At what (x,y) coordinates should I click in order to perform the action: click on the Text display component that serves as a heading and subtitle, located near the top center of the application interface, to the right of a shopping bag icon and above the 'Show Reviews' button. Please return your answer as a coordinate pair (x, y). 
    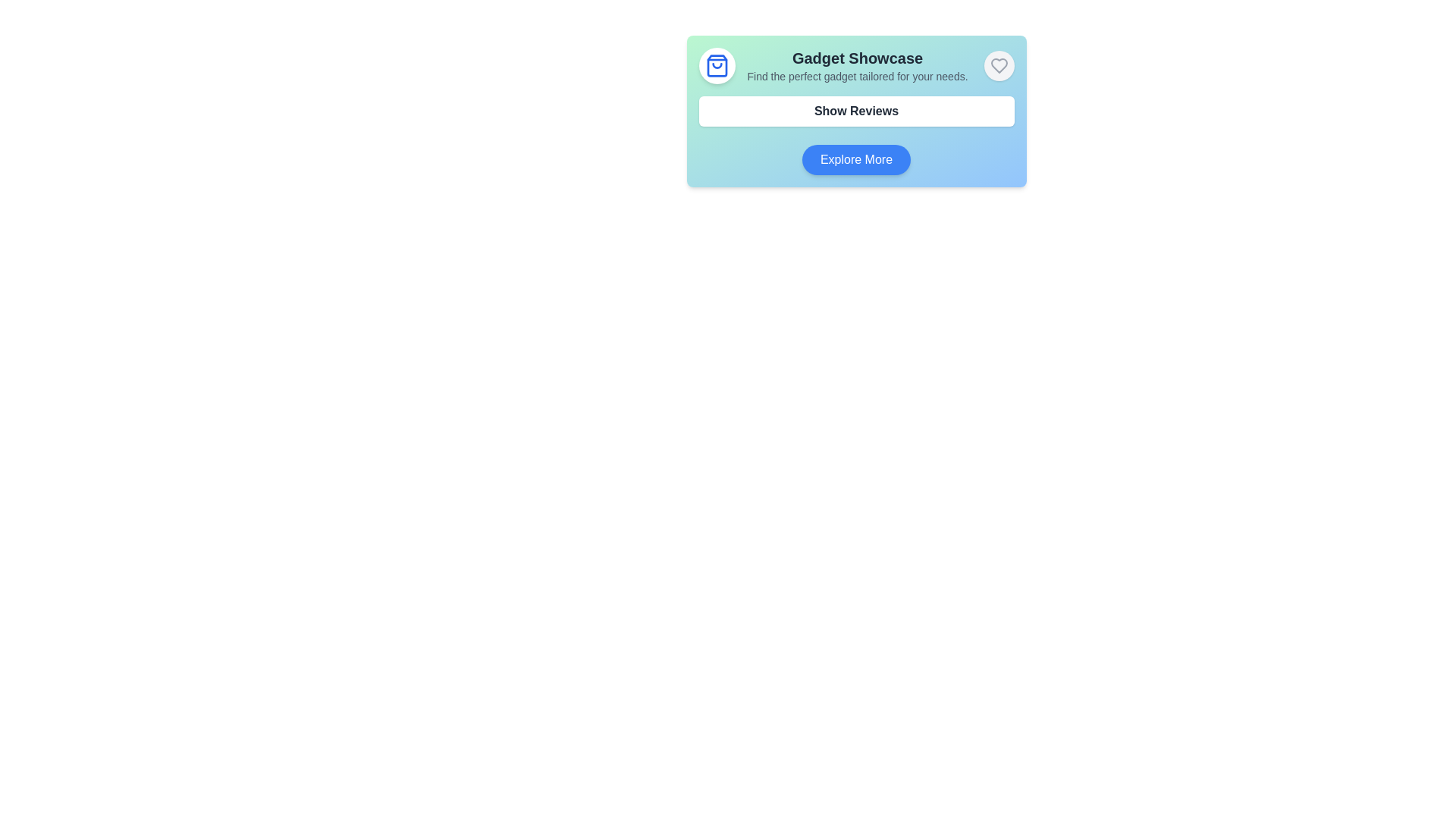
    Looking at the image, I should click on (858, 65).